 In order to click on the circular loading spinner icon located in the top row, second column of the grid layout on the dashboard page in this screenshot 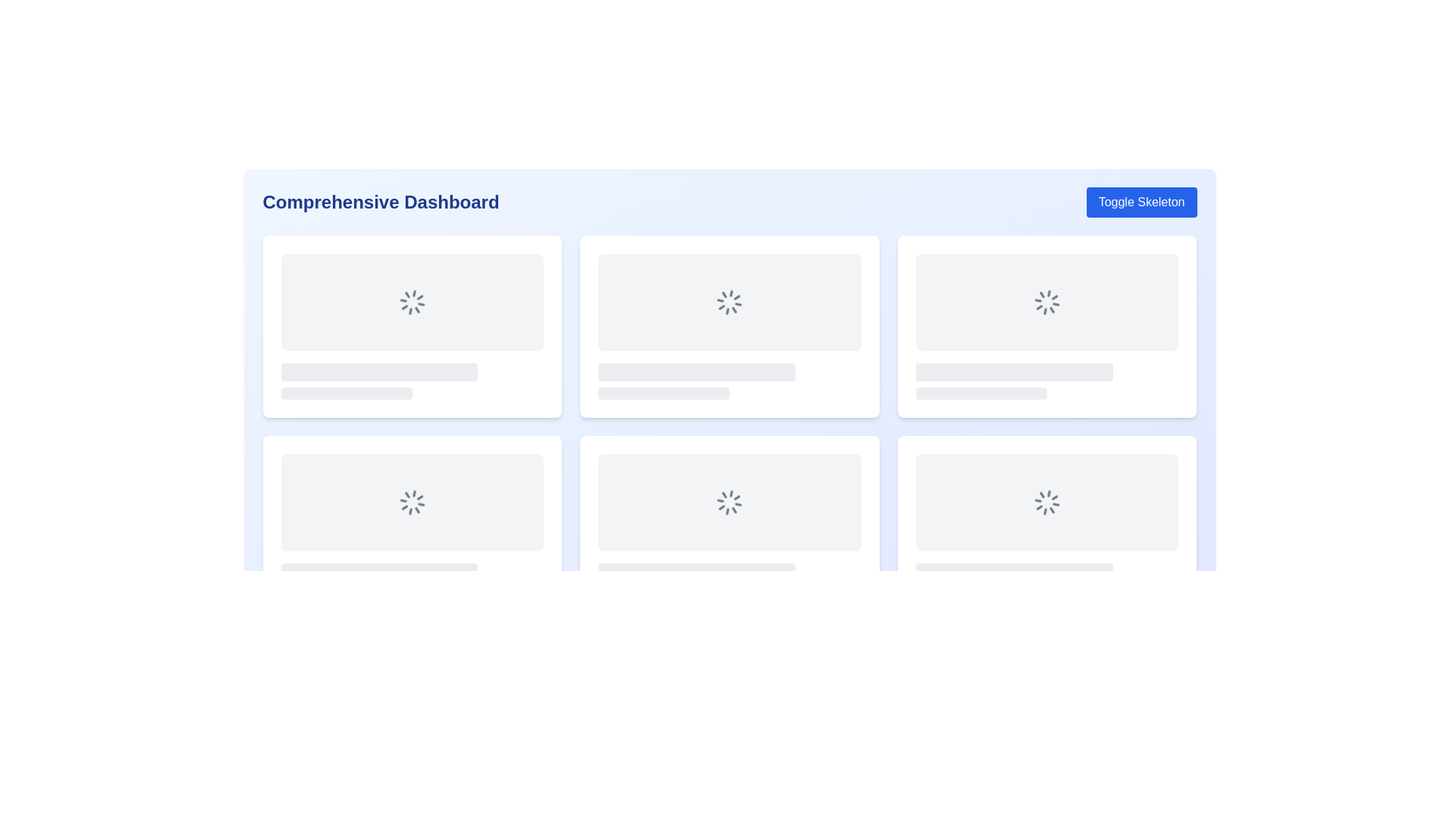, I will do `click(730, 302)`.